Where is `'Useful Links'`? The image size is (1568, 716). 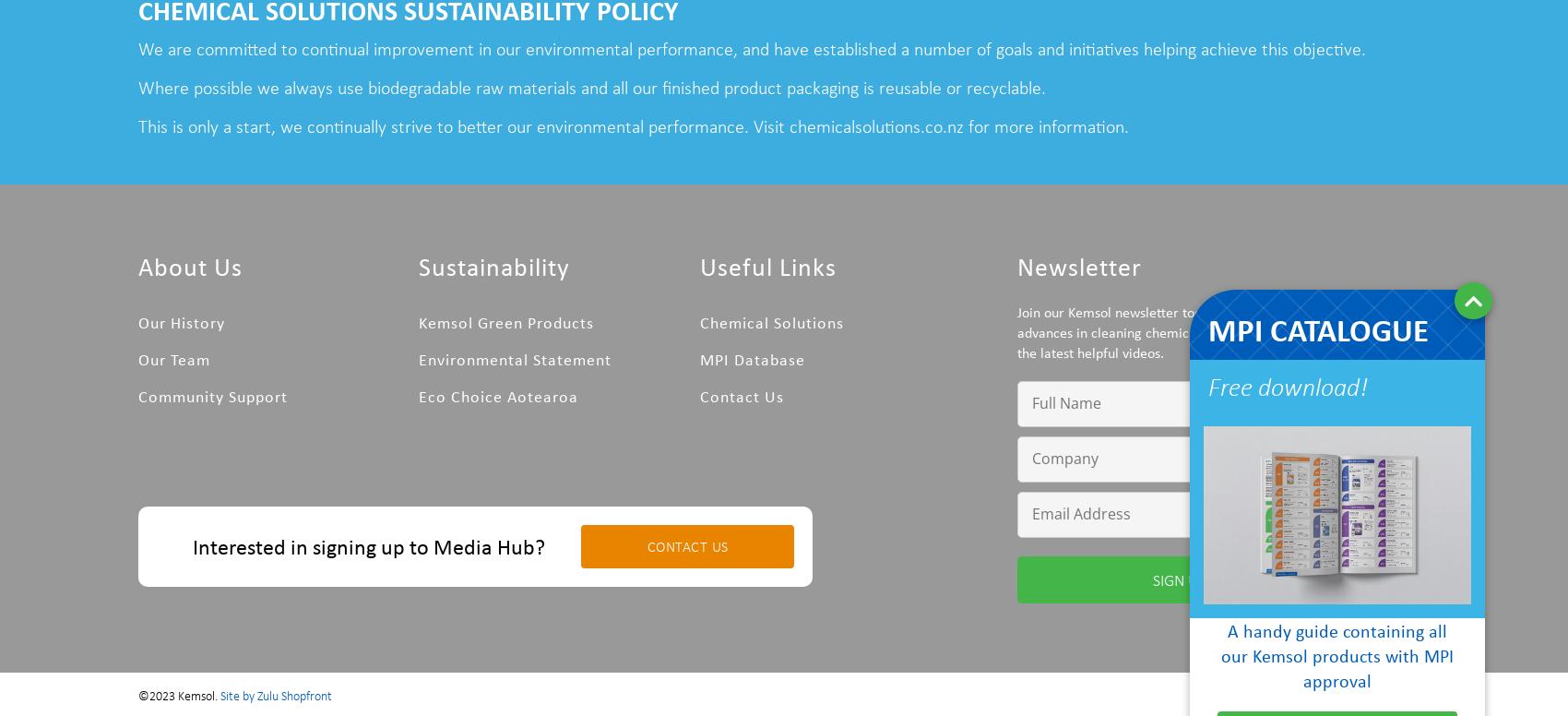
'Useful Links' is located at coordinates (766, 264).